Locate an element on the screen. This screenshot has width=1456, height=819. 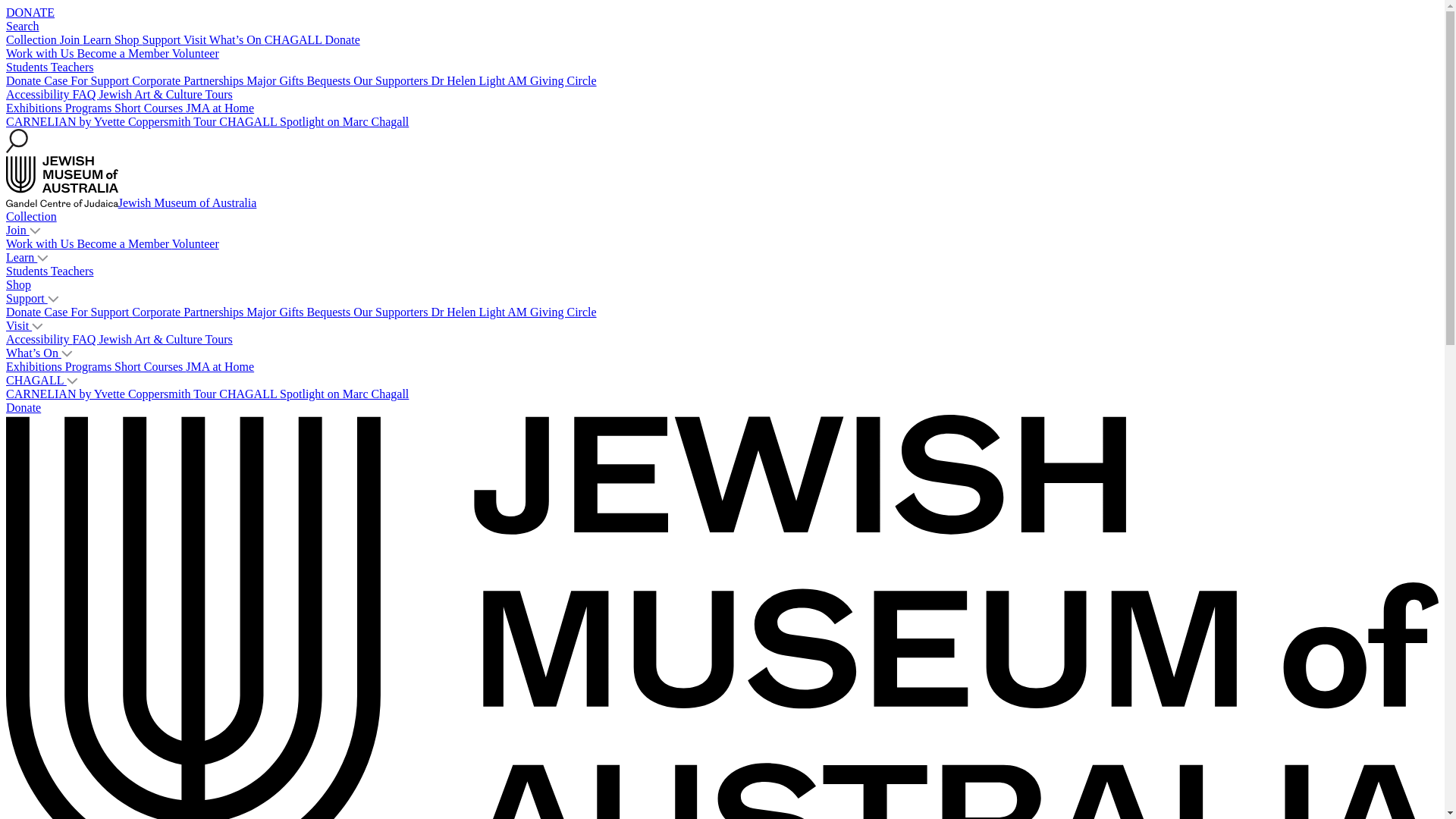
'CHAGALL' is located at coordinates (36, 379).